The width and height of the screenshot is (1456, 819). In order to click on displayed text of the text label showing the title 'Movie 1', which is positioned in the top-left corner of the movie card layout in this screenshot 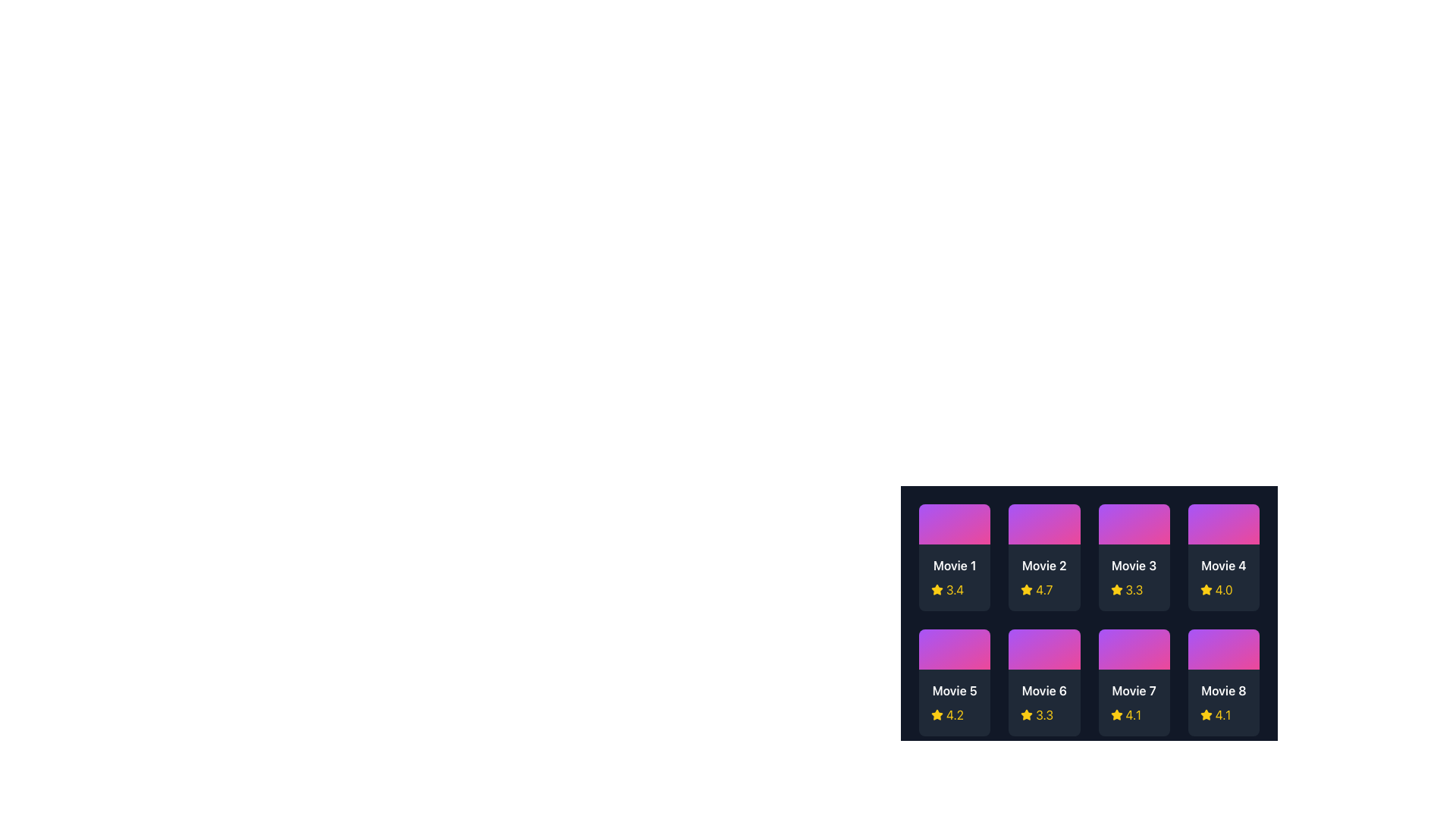, I will do `click(954, 566)`.